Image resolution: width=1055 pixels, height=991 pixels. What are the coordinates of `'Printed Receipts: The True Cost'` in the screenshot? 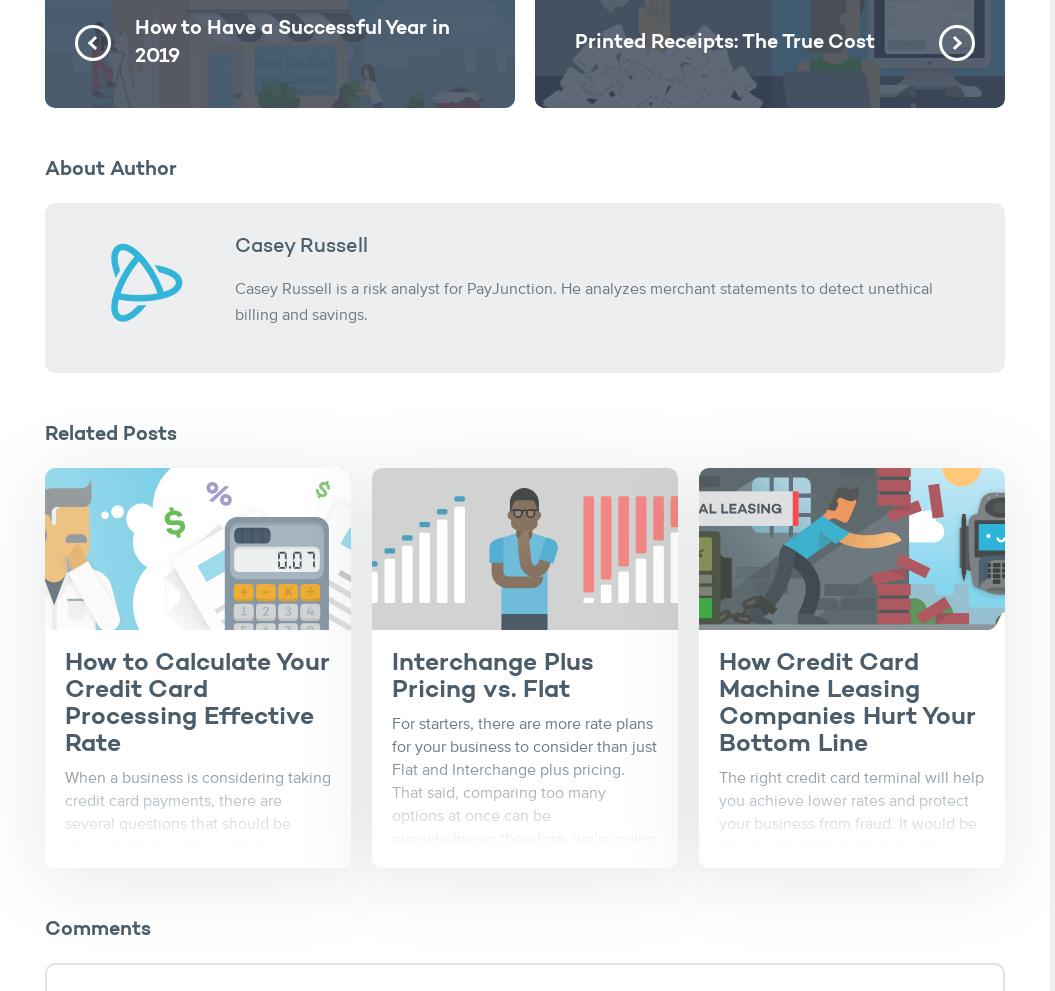 It's located at (724, 42).